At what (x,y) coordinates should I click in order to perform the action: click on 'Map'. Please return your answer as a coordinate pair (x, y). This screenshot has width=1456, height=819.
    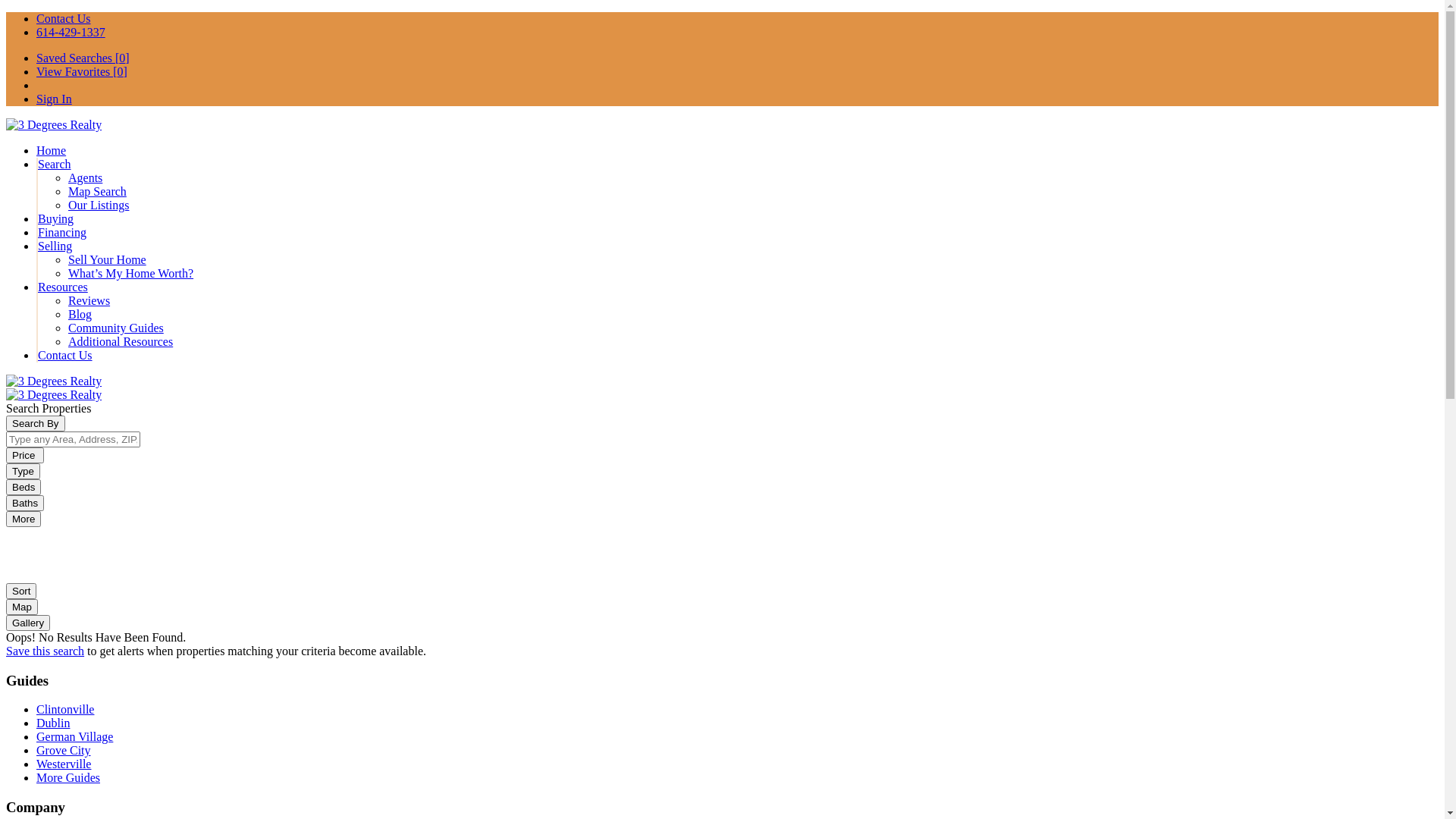
    Looking at the image, I should click on (21, 605).